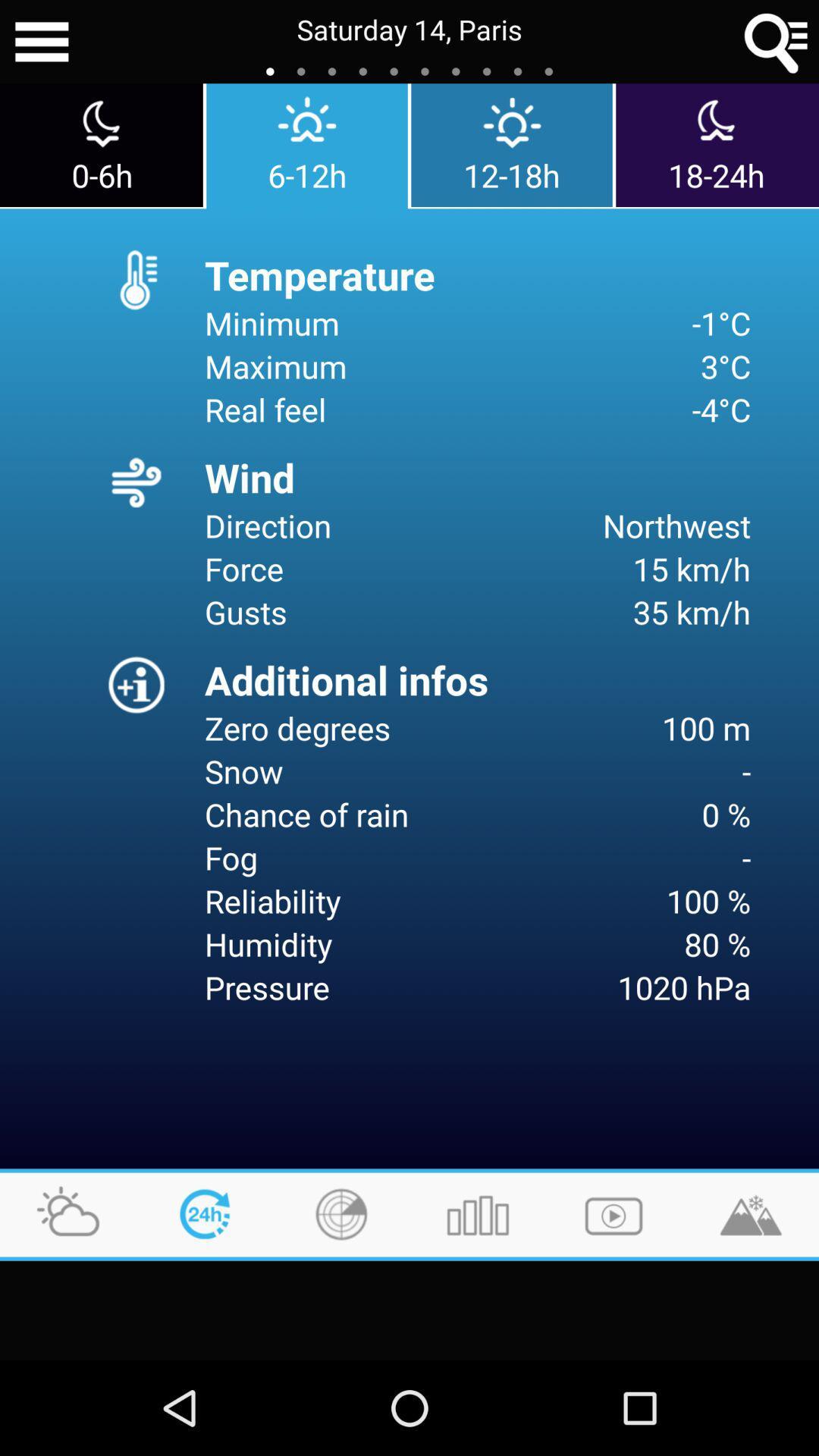  I want to click on open menu, so click(41, 42).